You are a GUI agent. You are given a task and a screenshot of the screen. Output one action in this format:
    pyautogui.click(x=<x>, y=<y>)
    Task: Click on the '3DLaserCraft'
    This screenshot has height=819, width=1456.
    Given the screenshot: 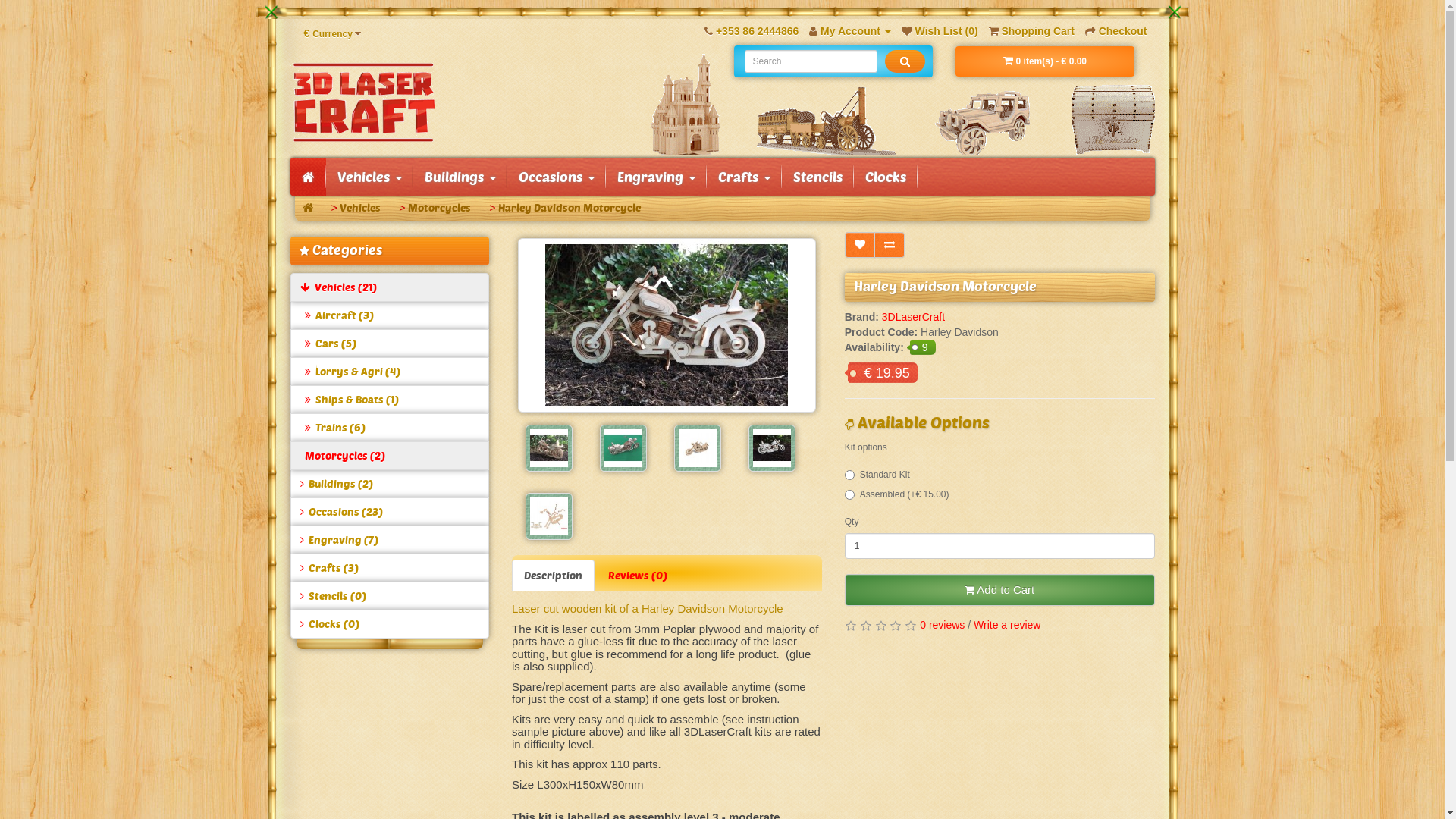 What is the action you would take?
    pyautogui.click(x=362, y=102)
    